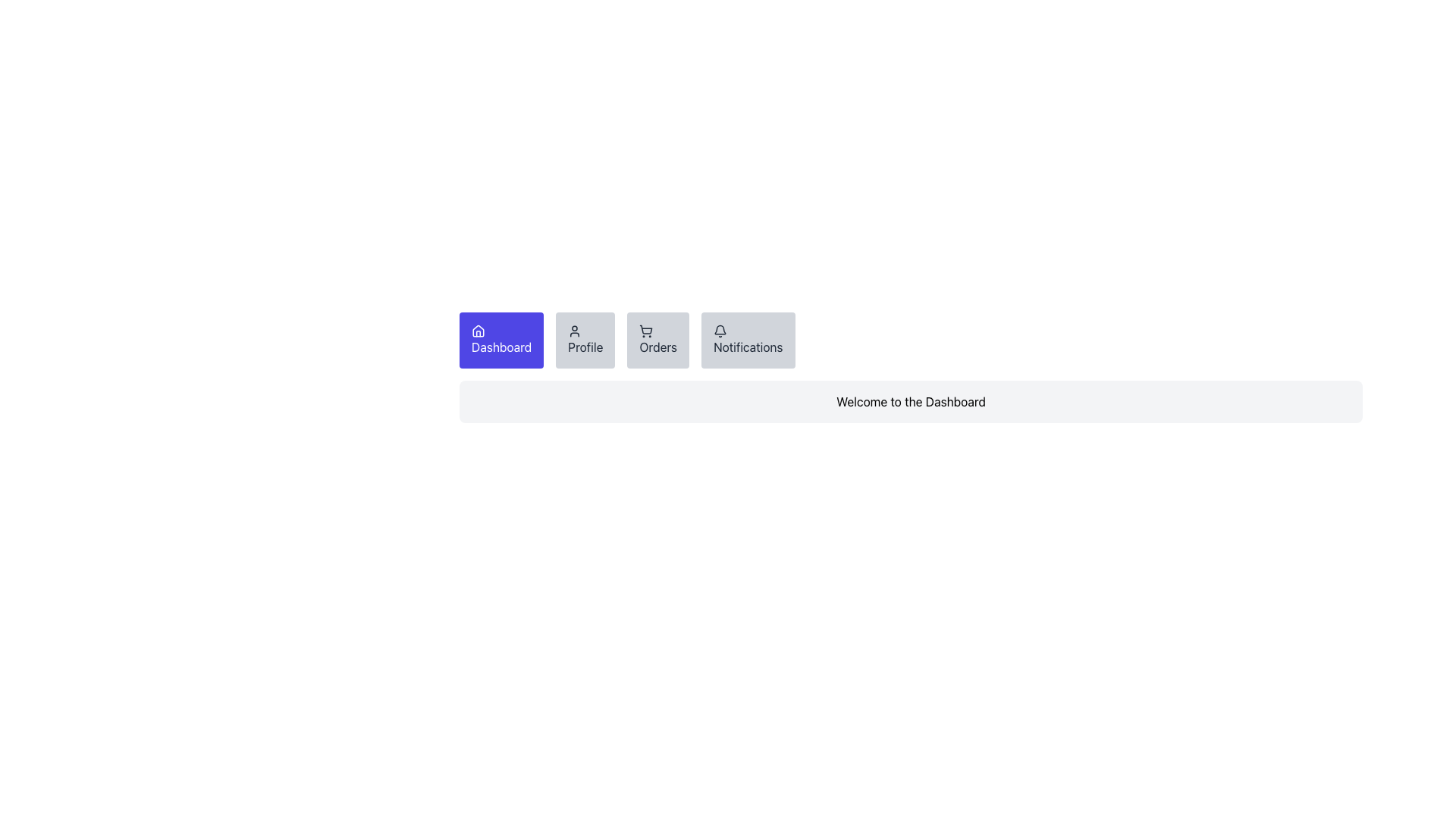 Image resolution: width=1456 pixels, height=819 pixels. I want to click on the 'Orders' button which contains the shopping cart icon, so click(646, 328).